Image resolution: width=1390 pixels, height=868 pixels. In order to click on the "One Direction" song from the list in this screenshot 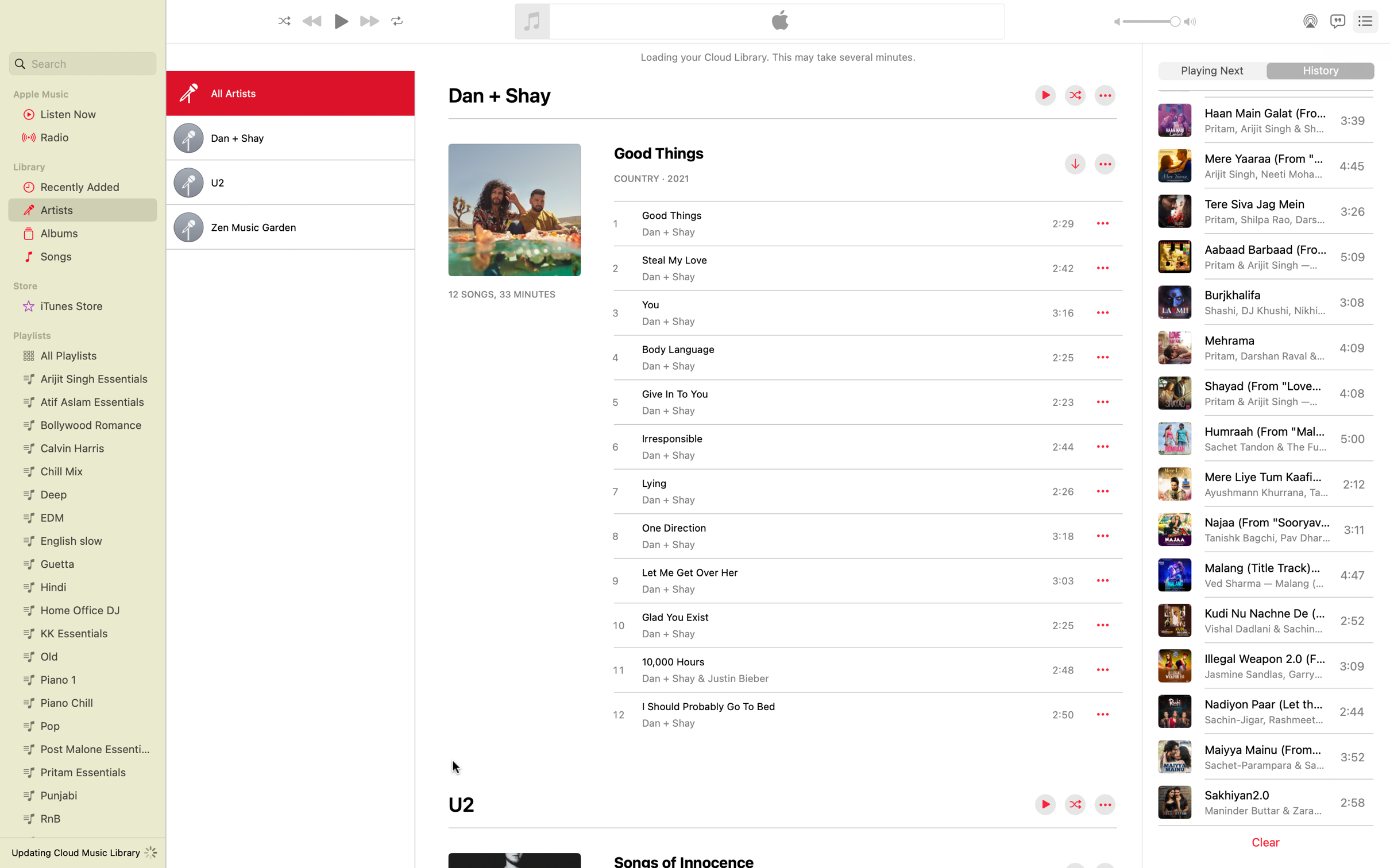, I will do `click(842, 534)`.